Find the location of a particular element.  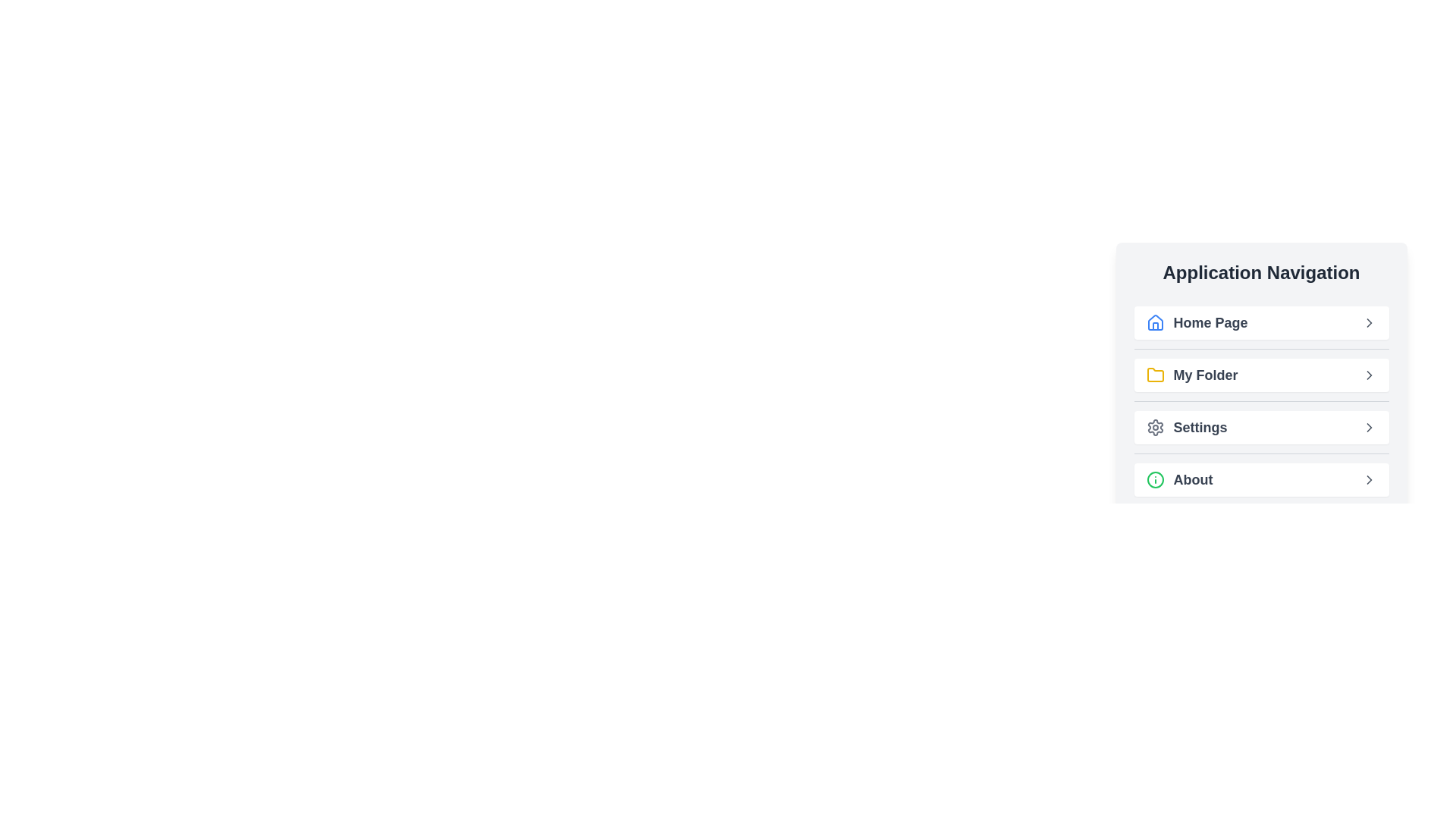

the rightward-pointing chevron icon with a black stroke located at the top right corner of the 'Settings' navigation option is located at coordinates (1369, 427).